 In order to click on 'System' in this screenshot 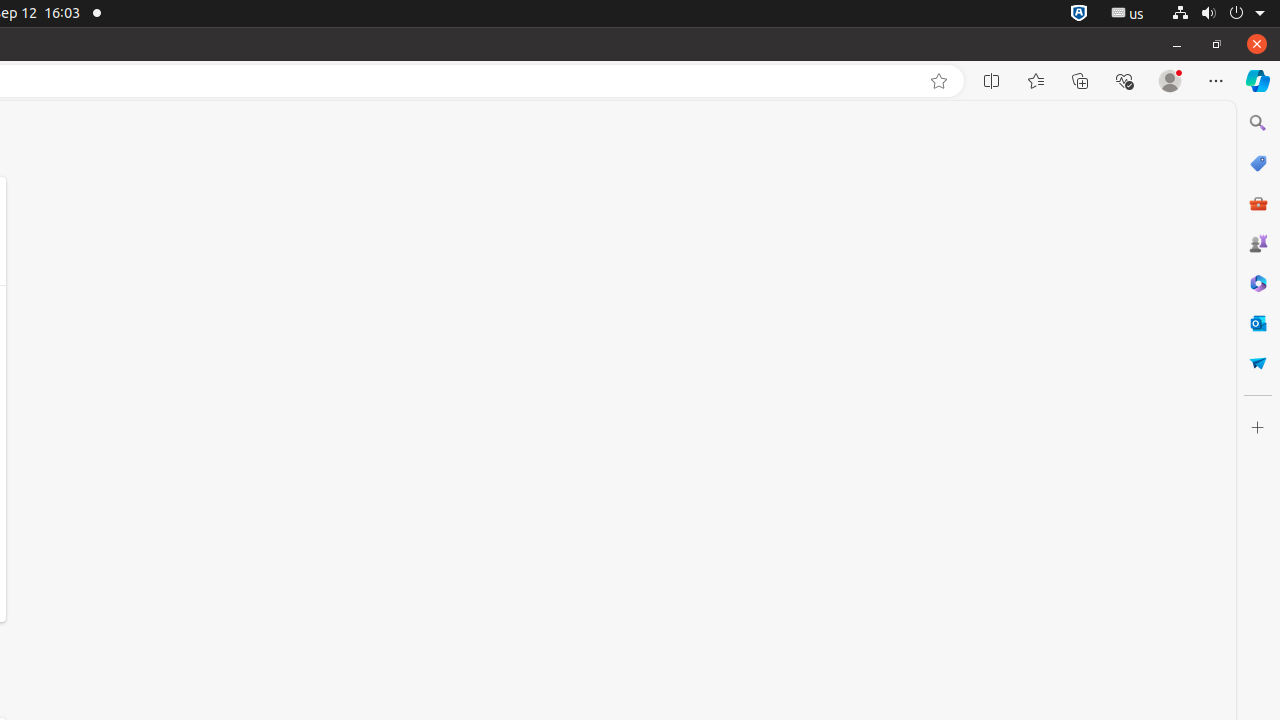, I will do `click(1217, 13)`.